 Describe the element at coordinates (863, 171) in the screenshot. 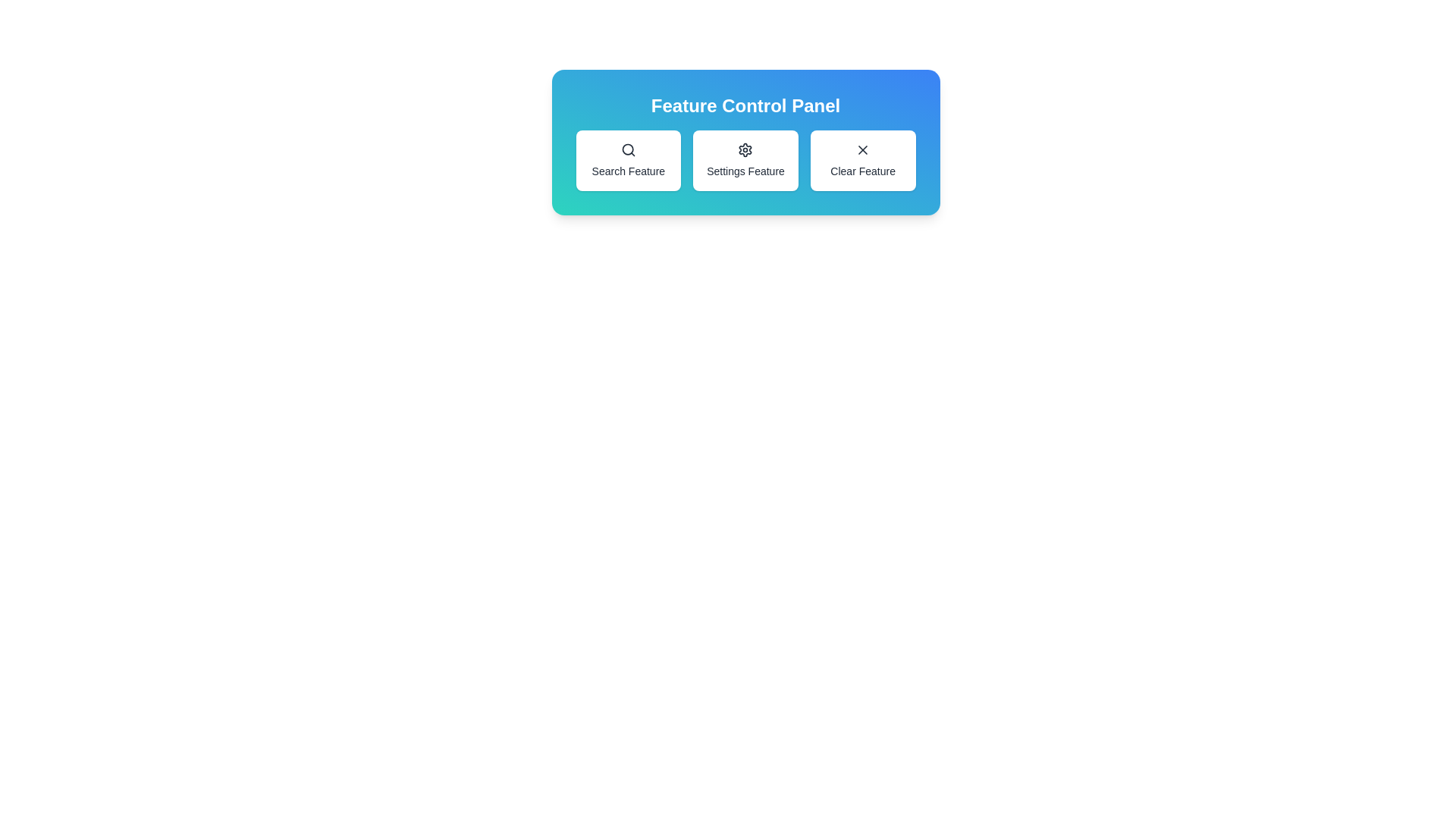

I see `the text label that reads 'Clear Feature', which is located within the right-most button of the horizontal button group in the 'Feature Control Panel' modal` at that location.